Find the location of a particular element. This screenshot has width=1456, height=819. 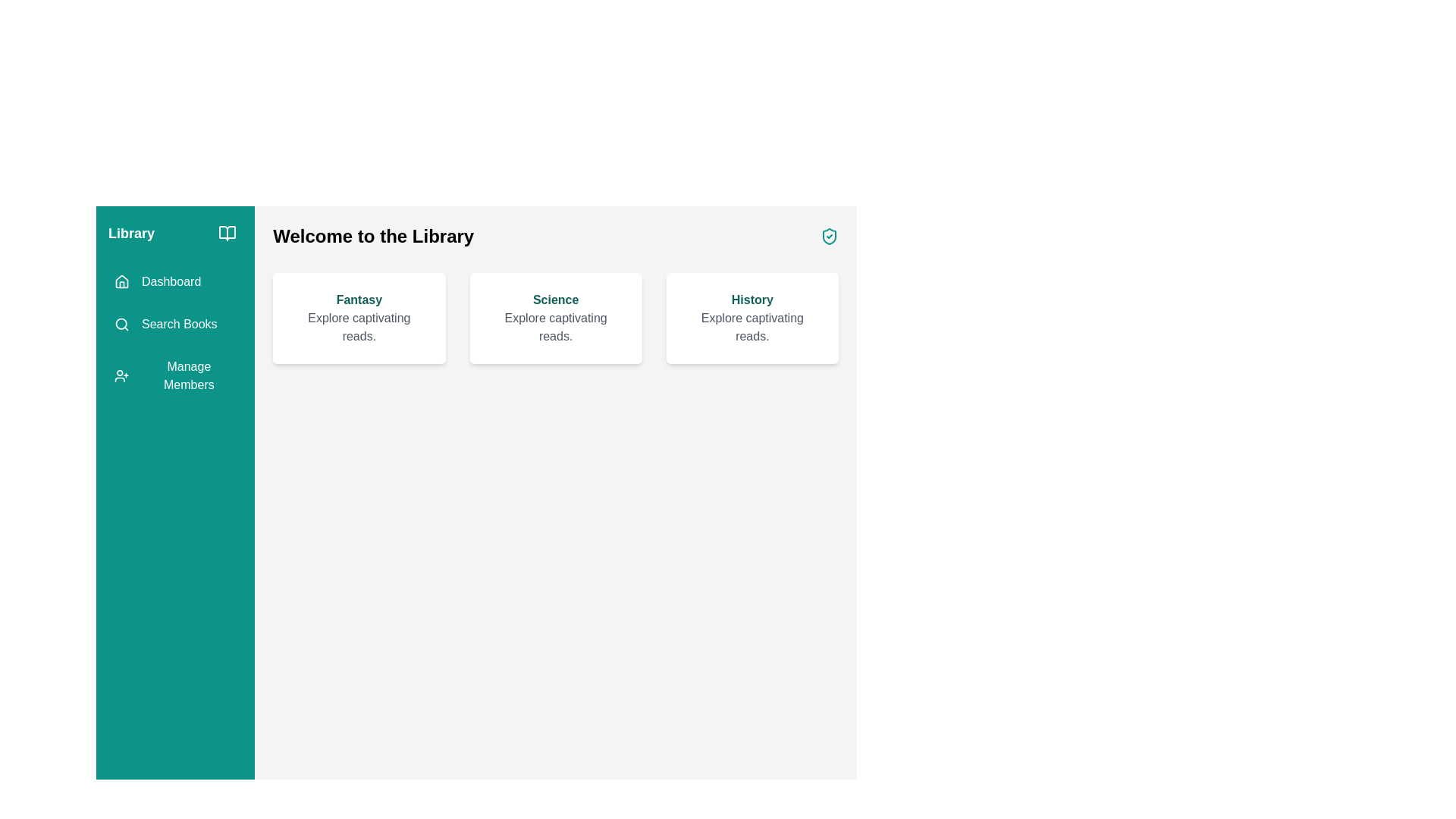

text block that displays 'Explore captivating reads.' located within the 'History' card, positioned directly below the heading 'History' is located at coordinates (752, 327).